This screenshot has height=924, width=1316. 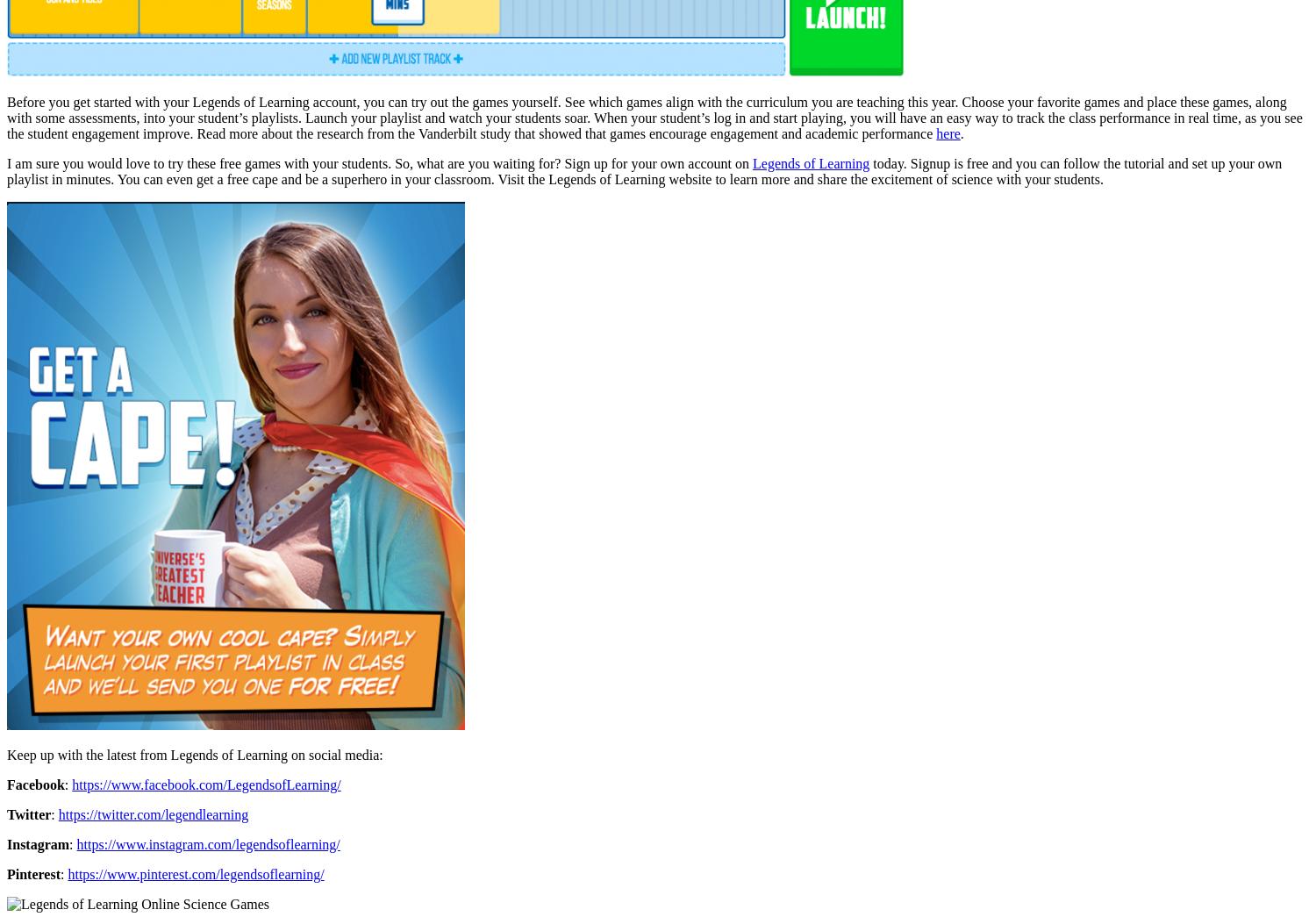 What do you see at coordinates (29, 813) in the screenshot?
I see `'Twitter'` at bounding box center [29, 813].